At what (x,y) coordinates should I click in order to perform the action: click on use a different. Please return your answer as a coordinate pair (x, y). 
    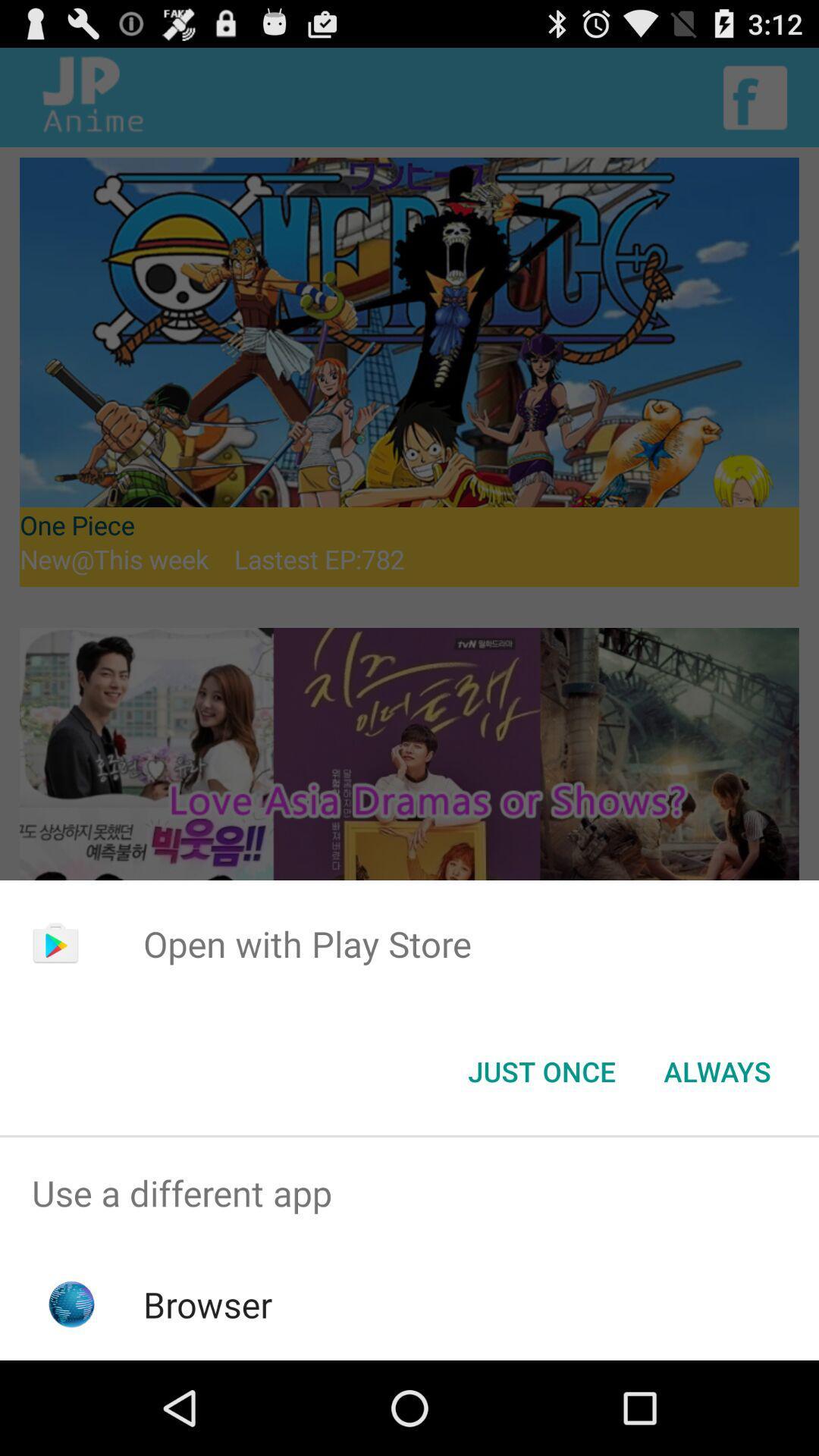
    Looking at the image, I should click on (409, 1192).